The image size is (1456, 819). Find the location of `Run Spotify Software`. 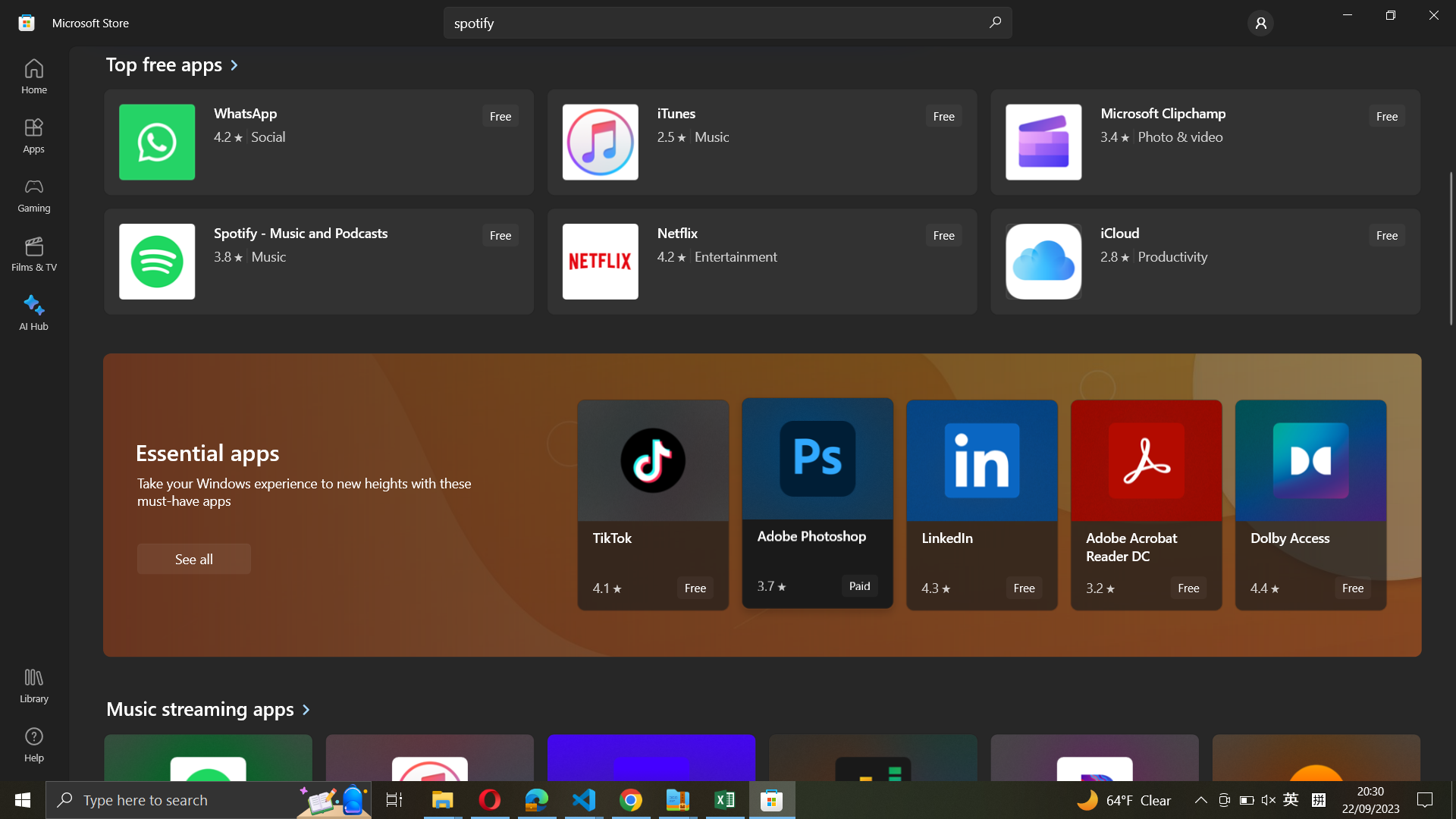

Run Spotify Software is located at coordinates (315, 259).